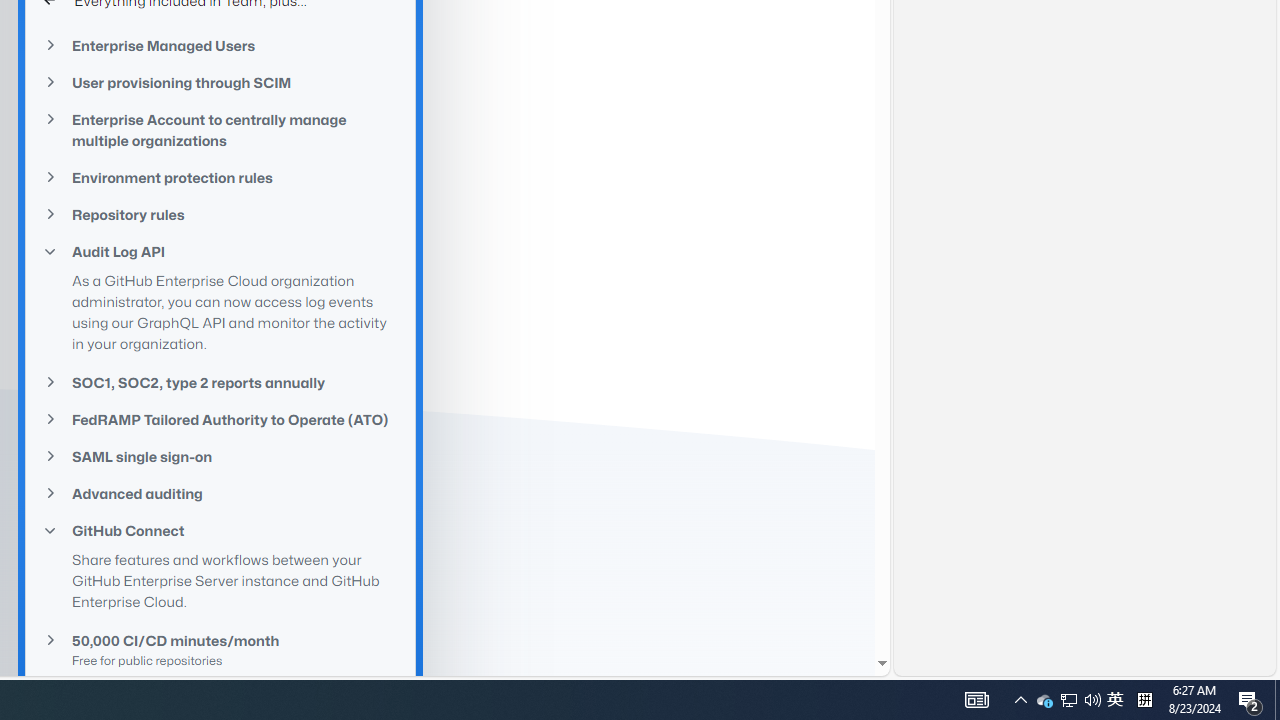 Image resolution: width=1280 pixels, height=720 pixels. Describe the element at coordinates (220, 81) in the screenshot. I see `'User provisioning through SCIM'` at that location.